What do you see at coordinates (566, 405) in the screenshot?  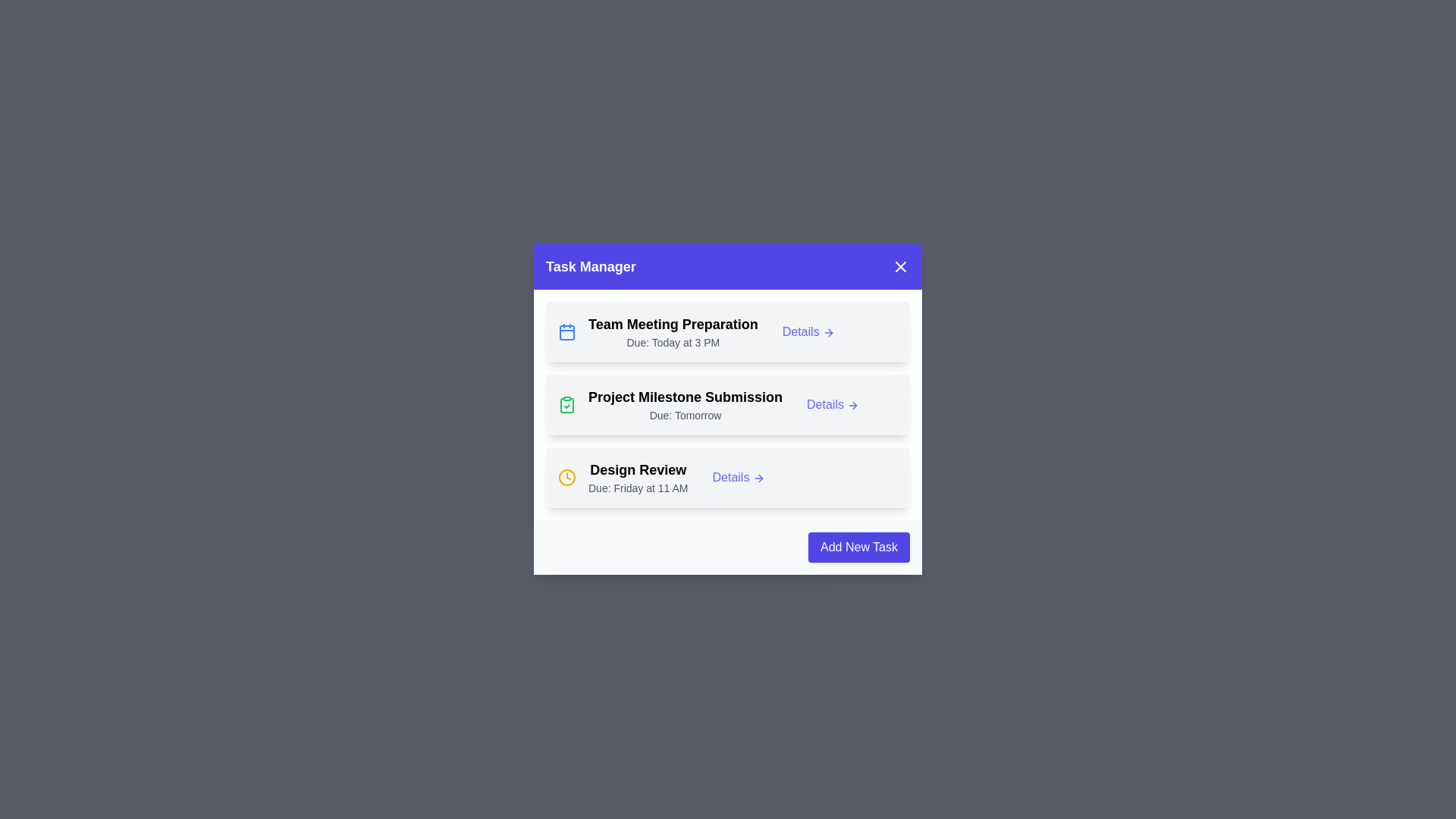 I see `the middle decorative component of the clipboard icon styled with a green tint, located beside 'Project Milestone Submission' in the second row of the list` at bounding box center [566, 405].